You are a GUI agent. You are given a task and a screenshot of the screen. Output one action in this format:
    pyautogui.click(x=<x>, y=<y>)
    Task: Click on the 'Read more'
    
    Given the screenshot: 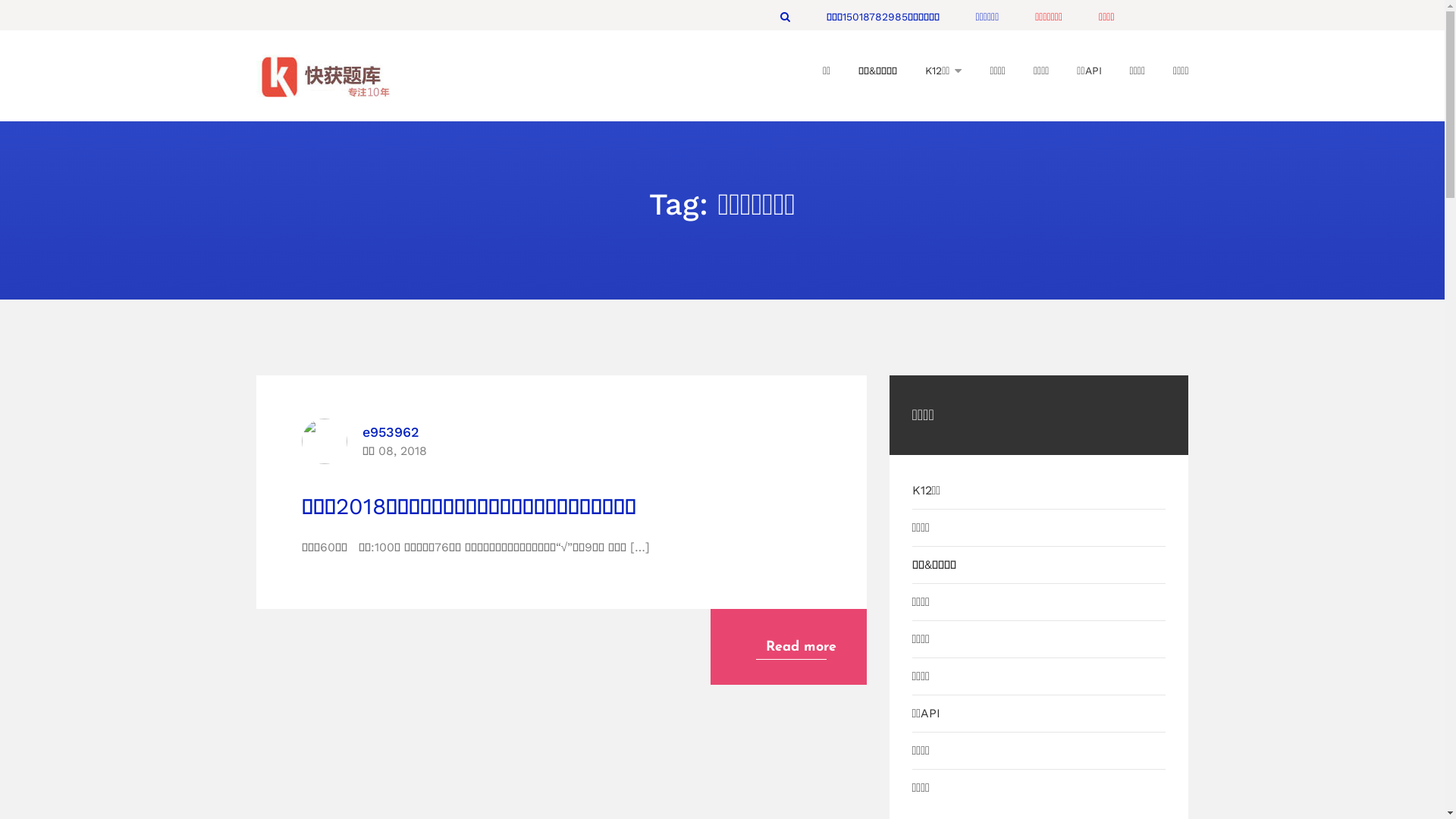 What is the action you would take?
    pyautogui.click(x=709, y=646)
    